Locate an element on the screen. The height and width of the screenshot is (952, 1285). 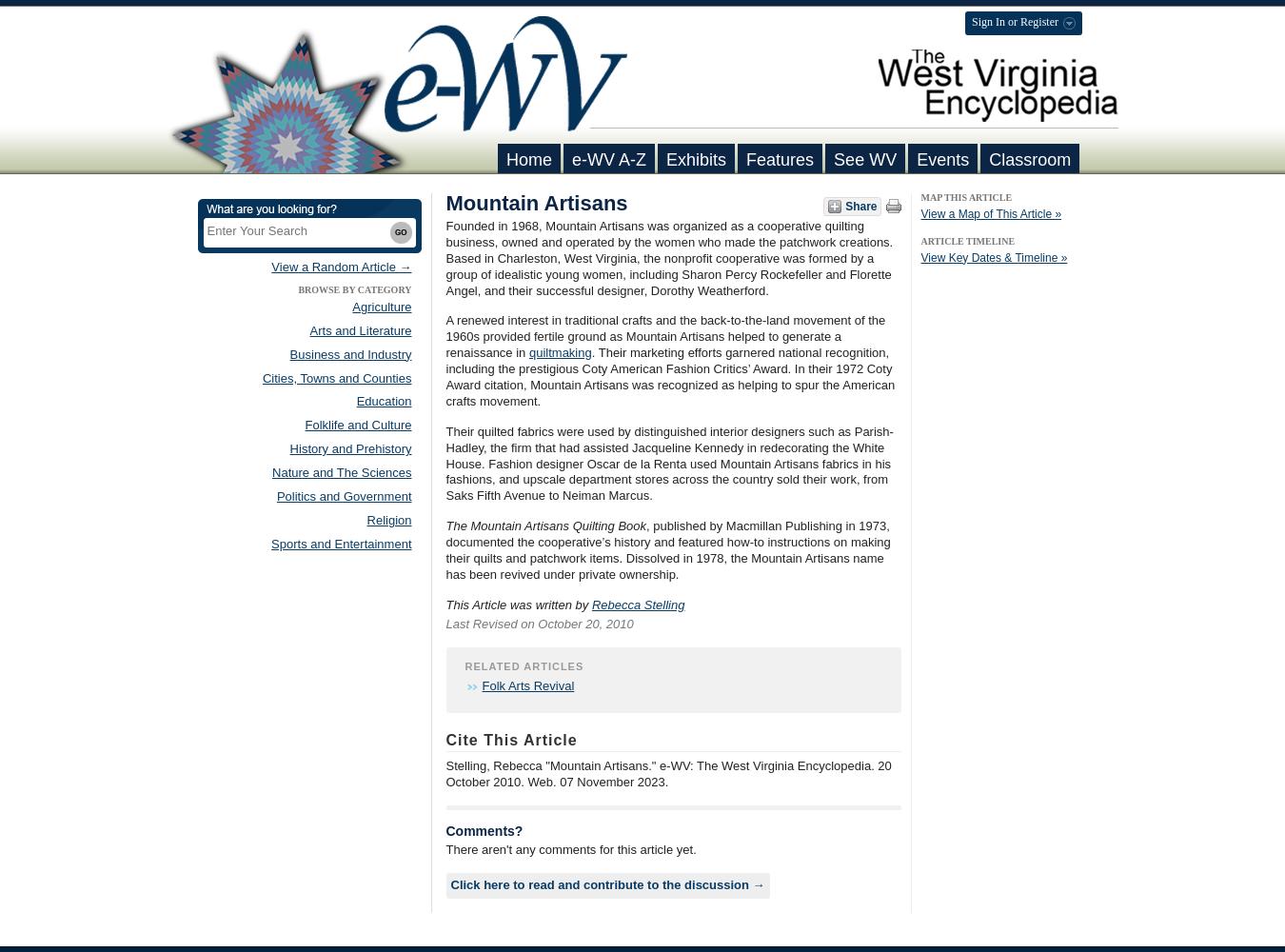
'Related Articles' is located at coordinates (464, 664).